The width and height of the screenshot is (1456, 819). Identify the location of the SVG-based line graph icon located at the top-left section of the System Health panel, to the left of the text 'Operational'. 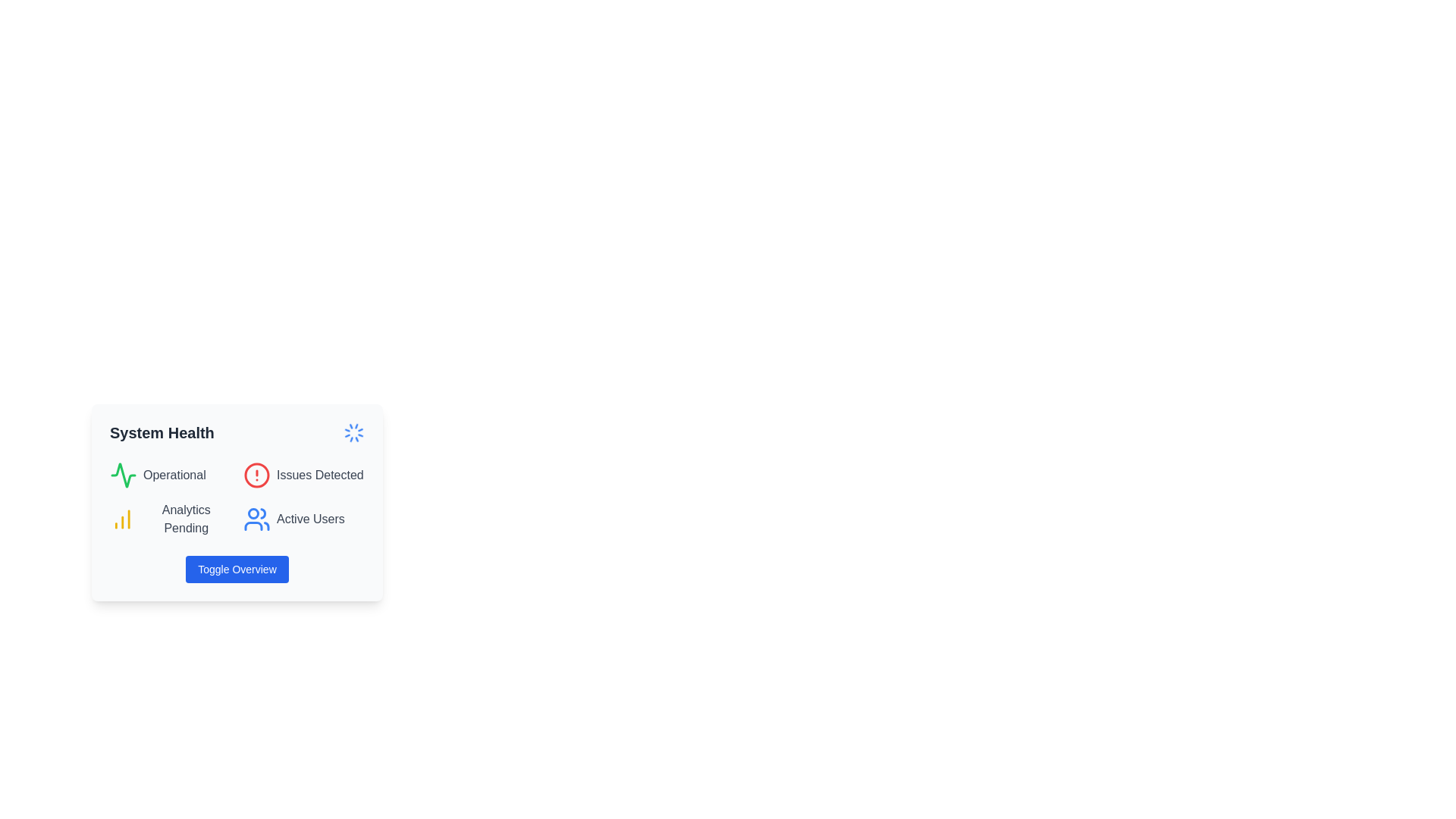
(124, 475).